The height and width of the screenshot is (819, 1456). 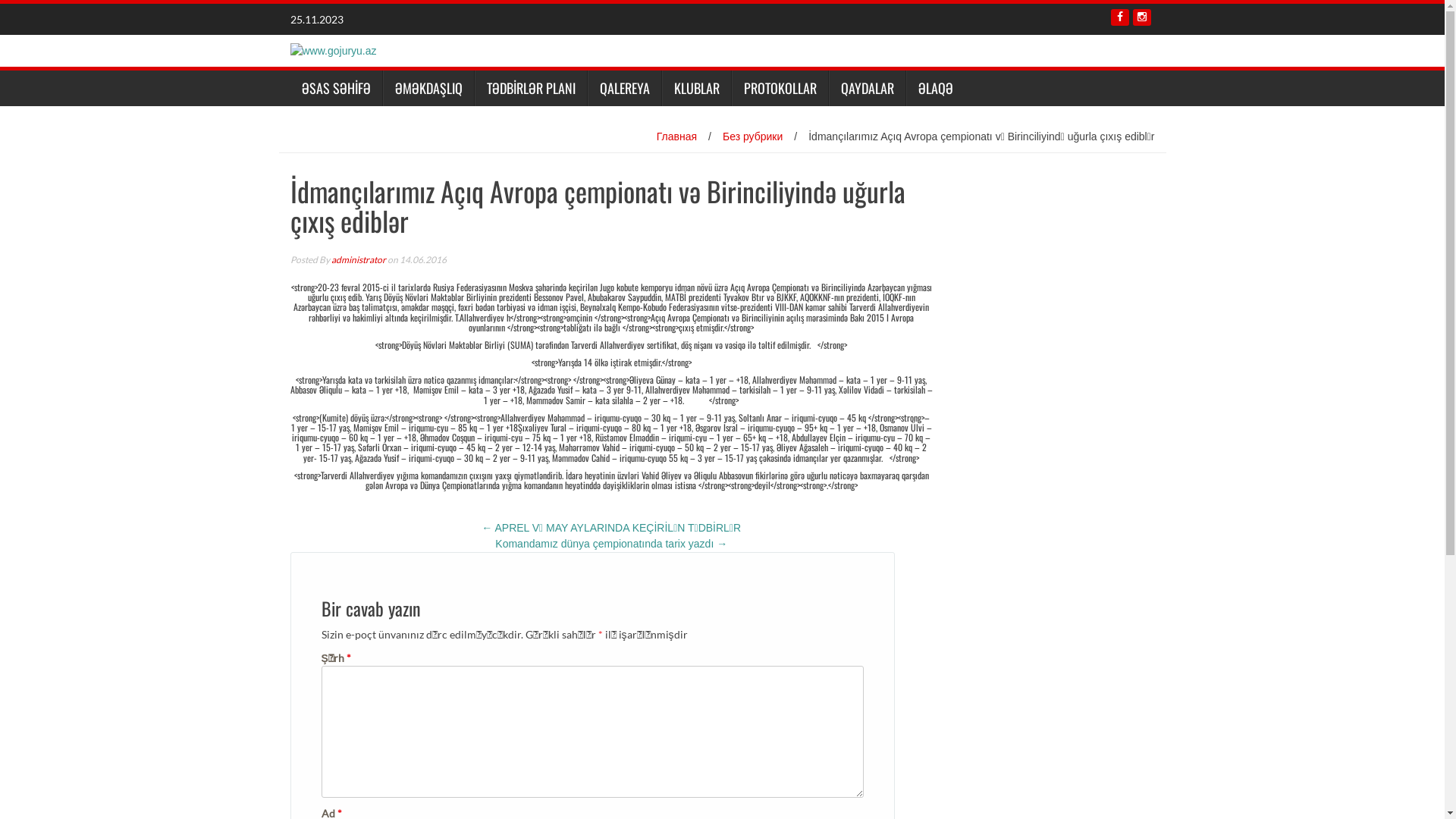 What do you see at coordinates (1142, 17) in the screenshot?
I see `'Instagram'` at bounding box center [1142, 17].